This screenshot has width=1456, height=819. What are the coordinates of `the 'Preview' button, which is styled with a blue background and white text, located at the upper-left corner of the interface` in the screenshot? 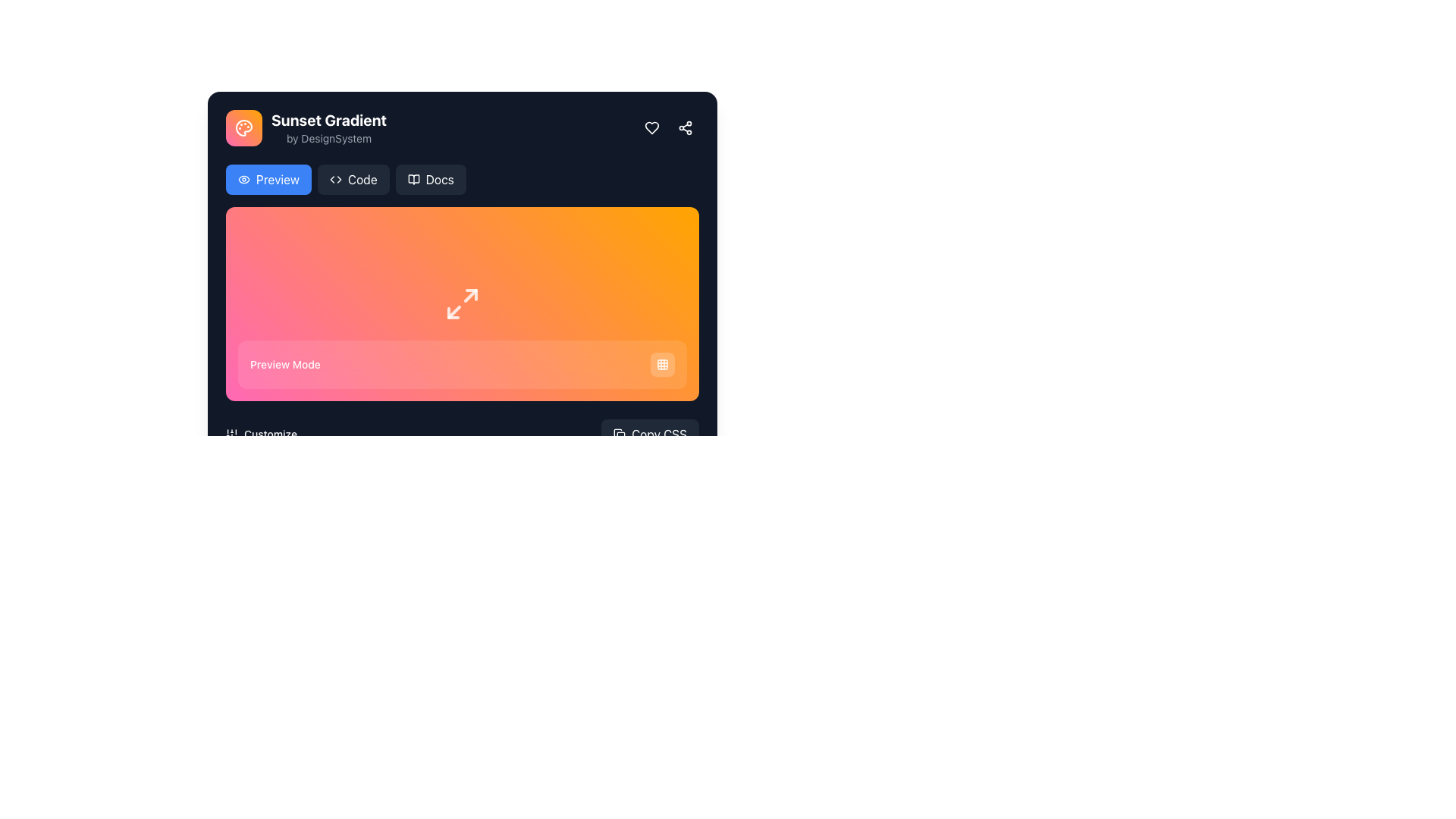 It's located at (268, 178).